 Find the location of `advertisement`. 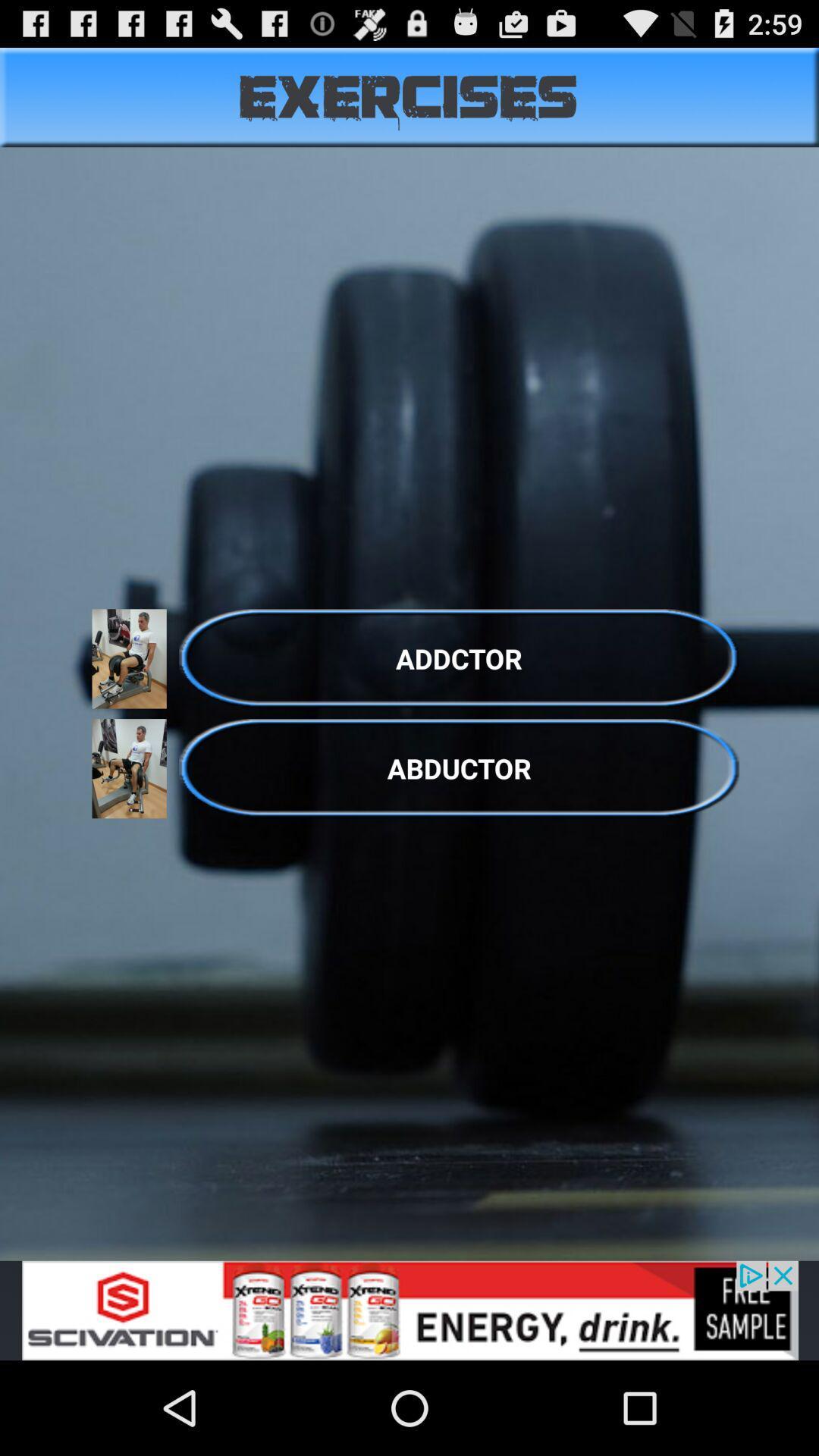

advertisement is located at coordinates (409, 1310).